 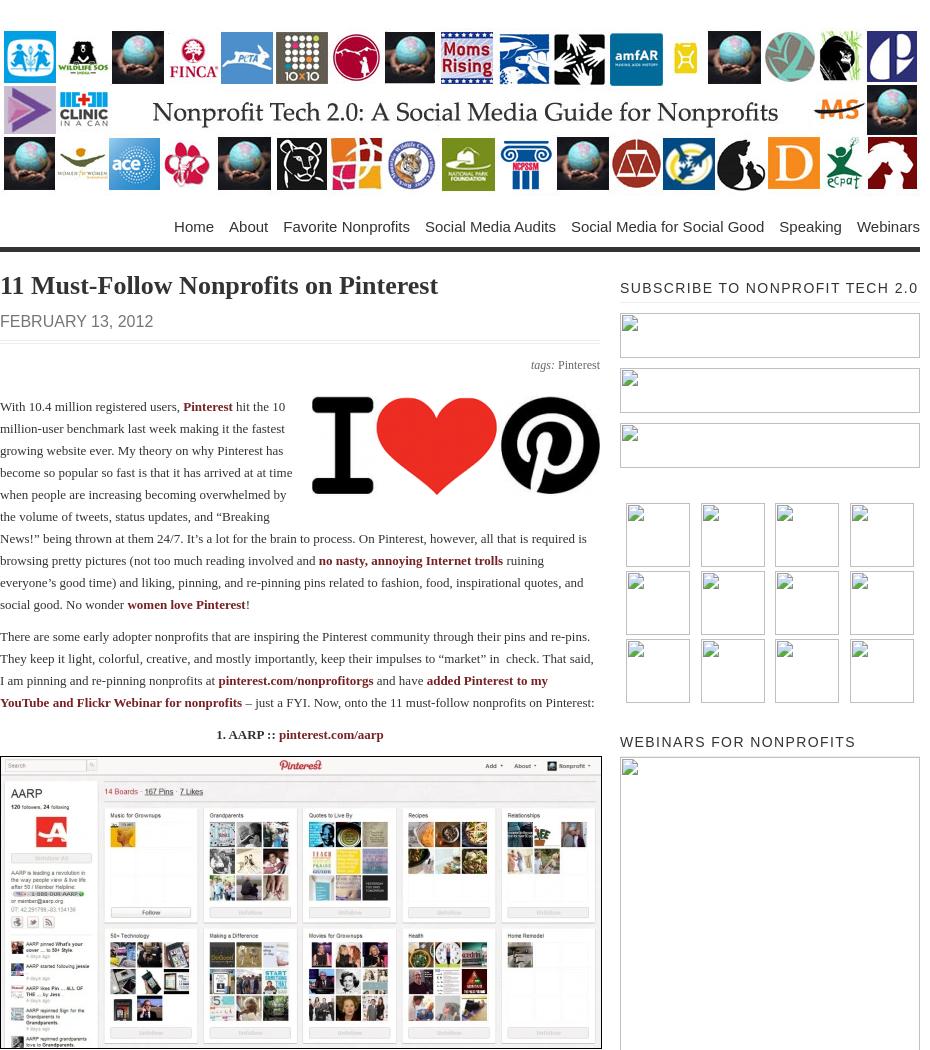 I want to click on 'February 13, 2012', so click(x=75, y=320).